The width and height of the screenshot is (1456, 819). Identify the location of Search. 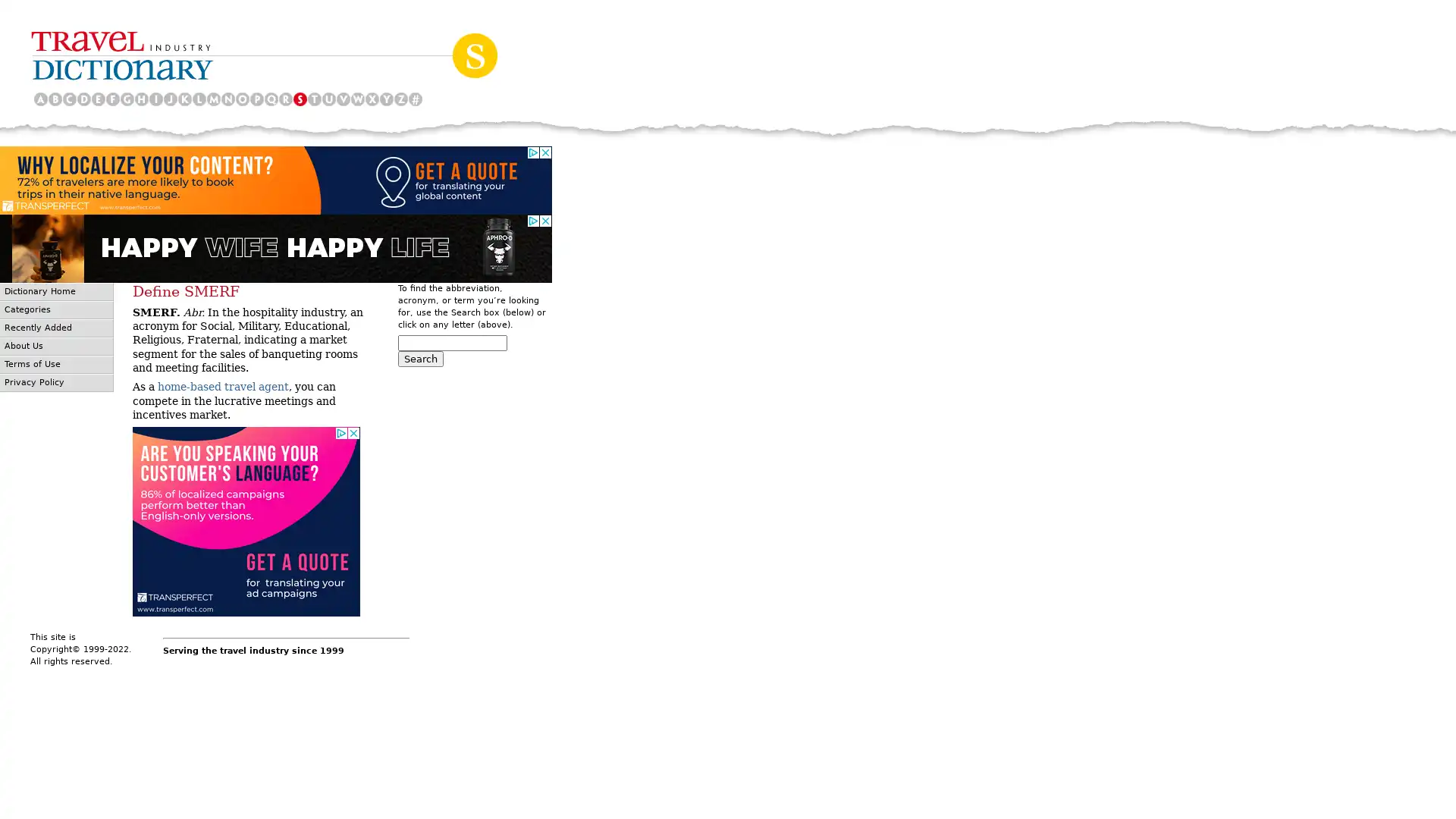
(421, 359).